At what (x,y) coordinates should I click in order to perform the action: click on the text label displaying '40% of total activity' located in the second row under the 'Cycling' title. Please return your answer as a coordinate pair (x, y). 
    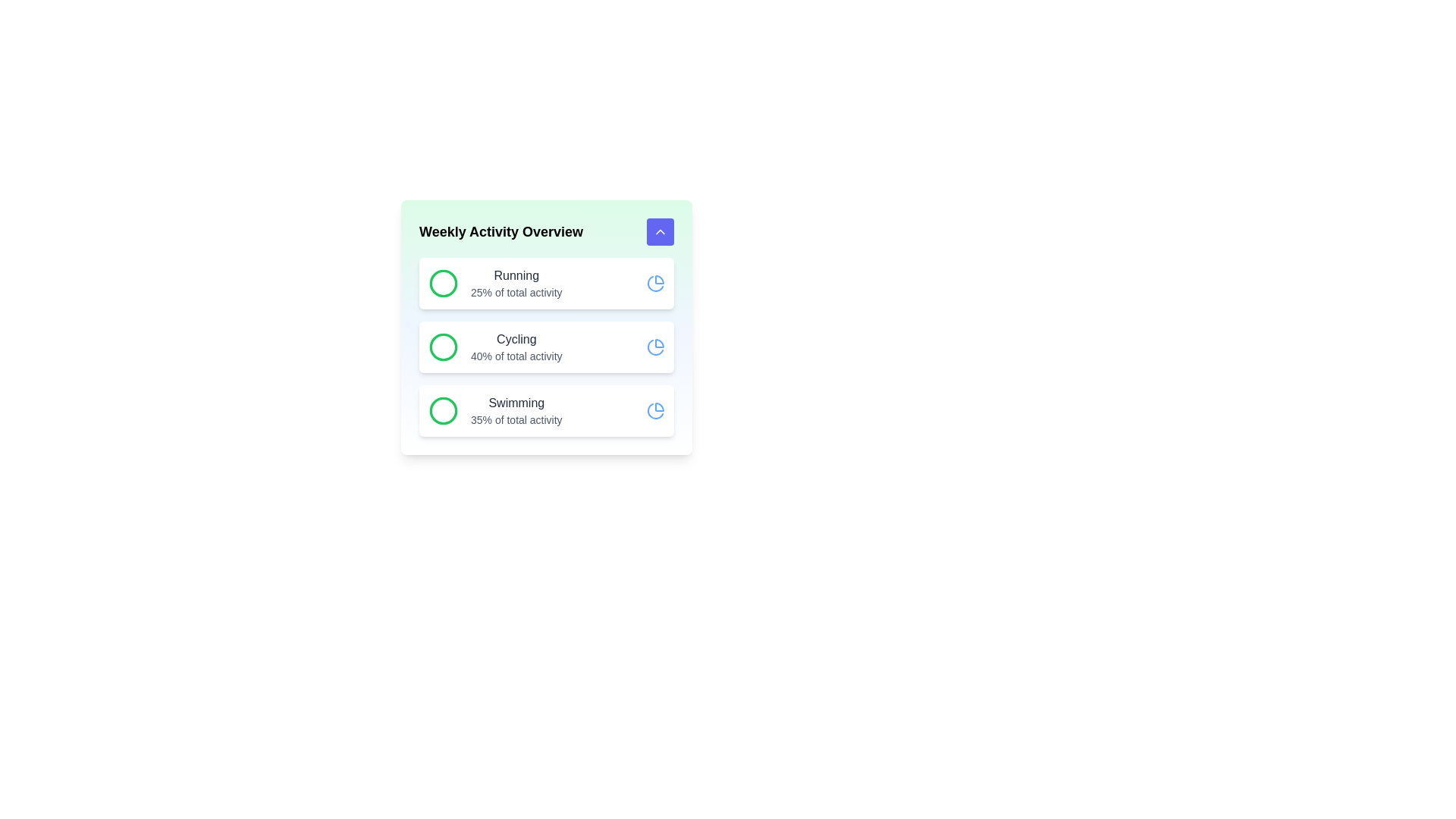
    Looking at the image, I should click on (516, 356).